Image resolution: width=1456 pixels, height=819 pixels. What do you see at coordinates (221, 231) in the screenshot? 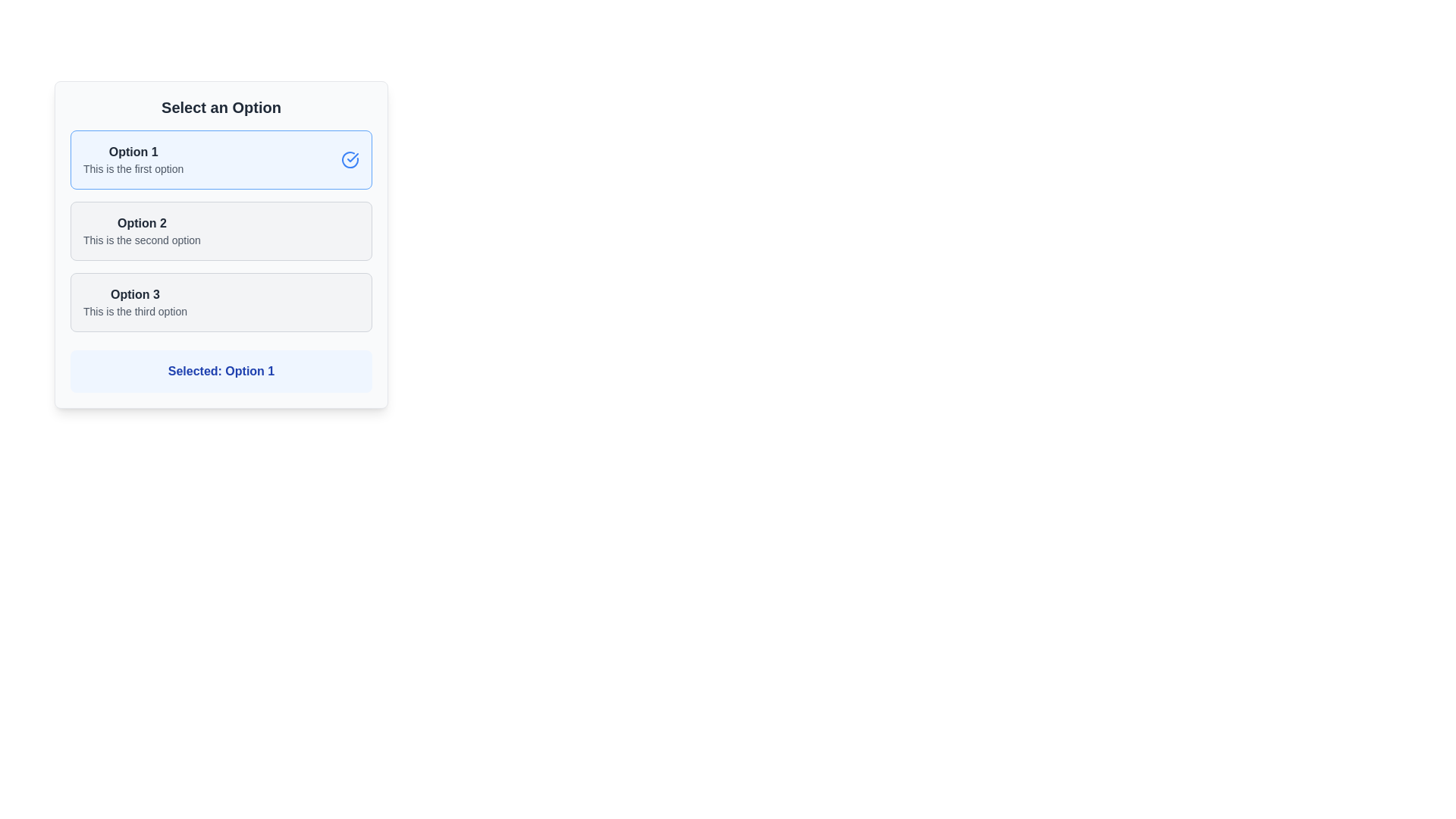
I see `the selectable option block labeled 'Option 2' with a light gray background` at bounding box center [221, 231].